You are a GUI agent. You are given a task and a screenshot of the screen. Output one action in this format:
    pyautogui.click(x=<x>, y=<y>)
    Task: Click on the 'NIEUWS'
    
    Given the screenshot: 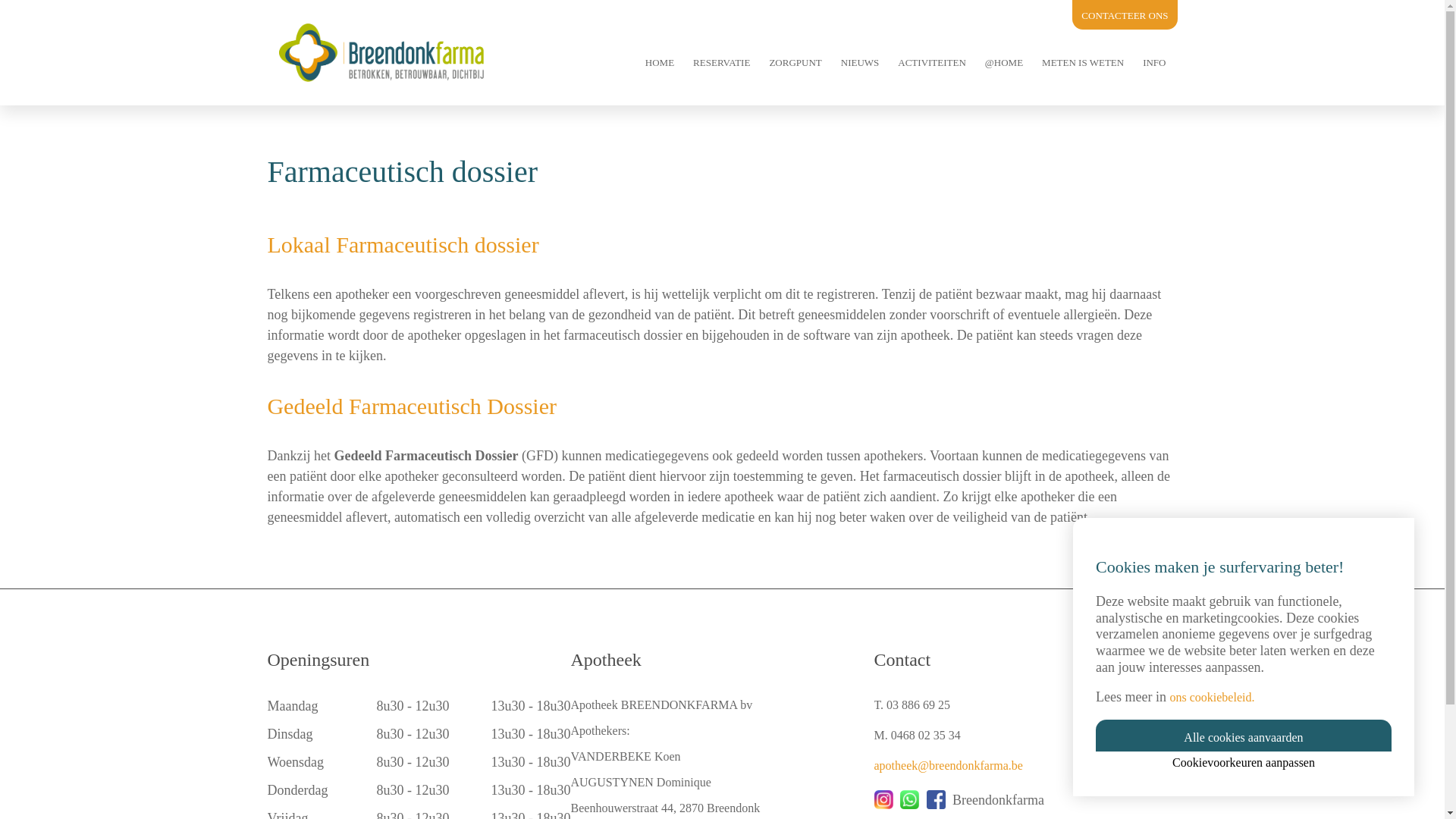 What is the action you would take?
    pyautogui.click(x=860, y=61)
    